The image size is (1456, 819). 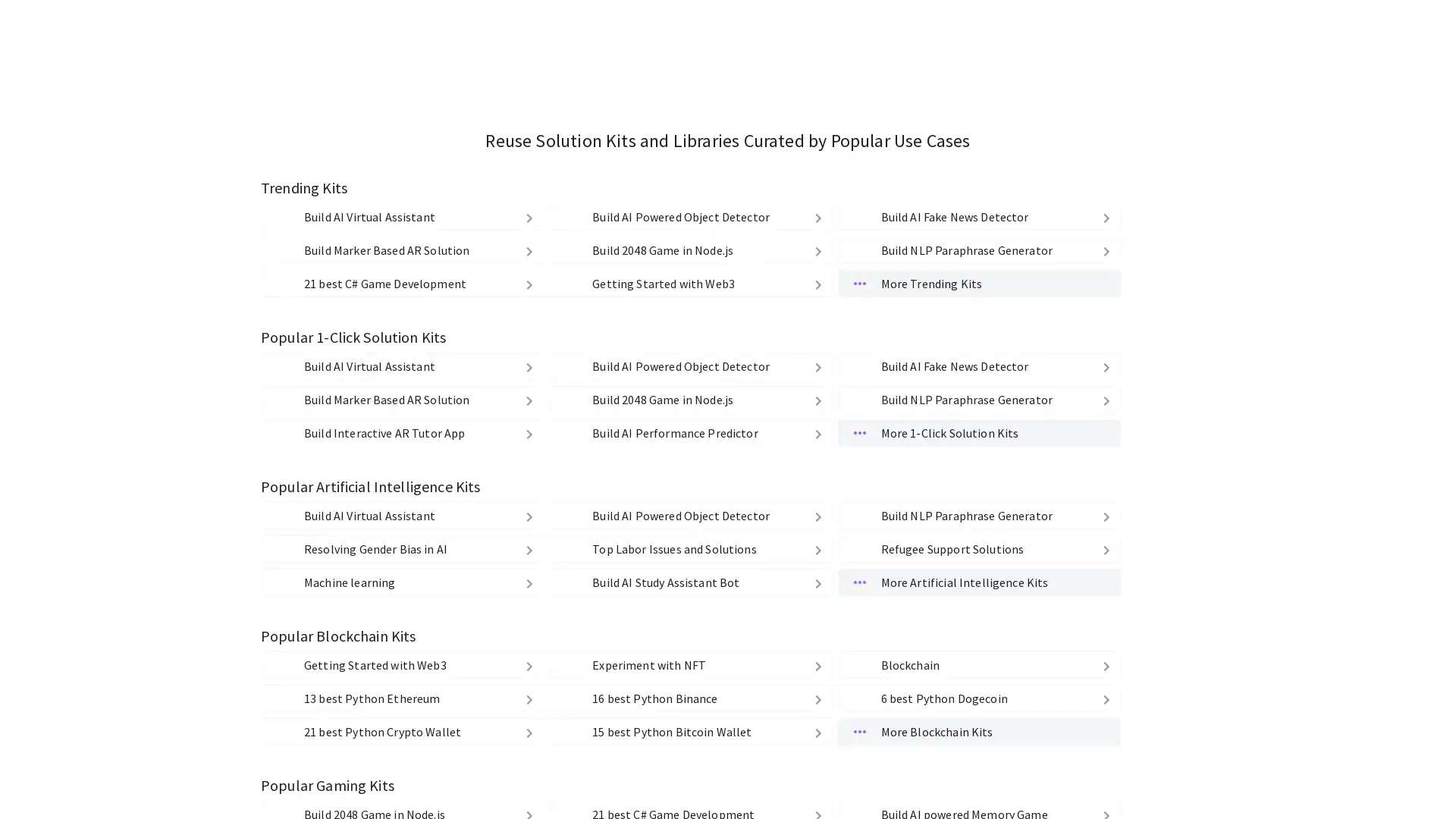 I want to click on kandi github, so click(x=1386, y=52).